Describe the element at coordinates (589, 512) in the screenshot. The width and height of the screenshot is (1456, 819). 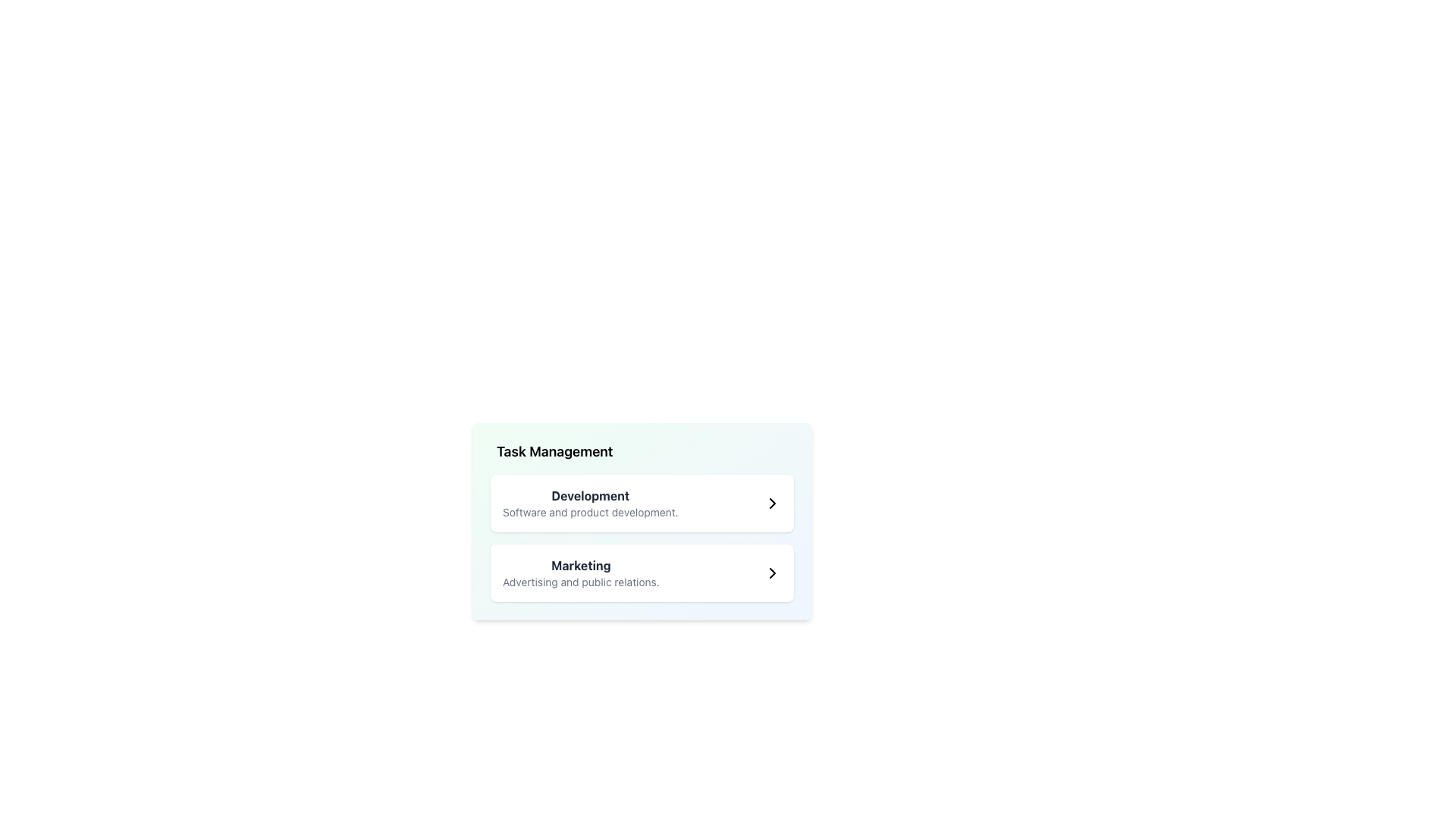
I see `the static text label displaying 'Software and product development.' located below the bold title 'Development'` at that location.